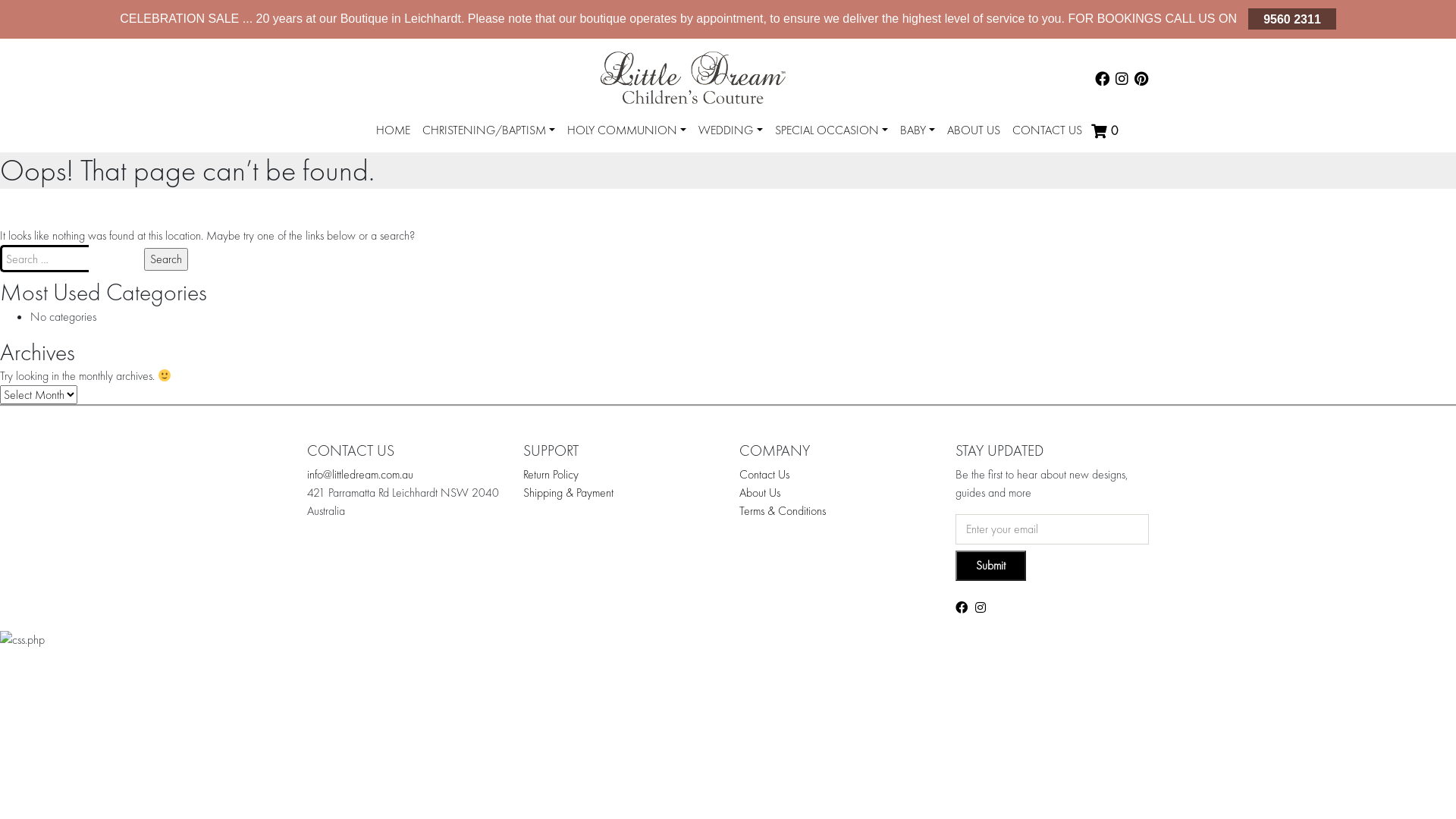  Describe the element at coordinates (968, 160) in the screenshot. I see `'Unisex Baby Wear'` at that location.